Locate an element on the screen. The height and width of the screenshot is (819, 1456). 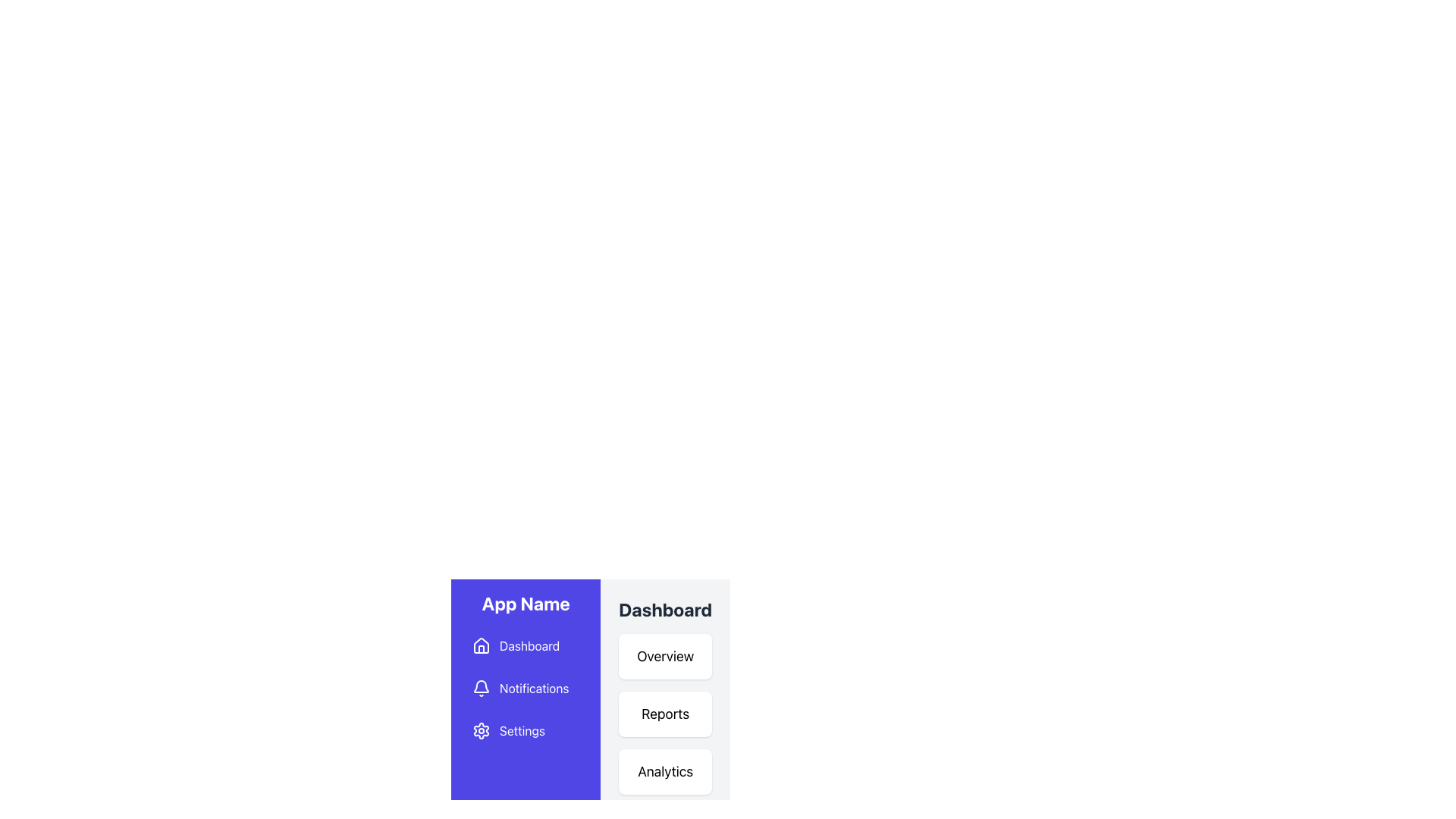
the 'Notifications' menu item, which is the second item in the vertical navigation menu is located at coordinates (525, 688).